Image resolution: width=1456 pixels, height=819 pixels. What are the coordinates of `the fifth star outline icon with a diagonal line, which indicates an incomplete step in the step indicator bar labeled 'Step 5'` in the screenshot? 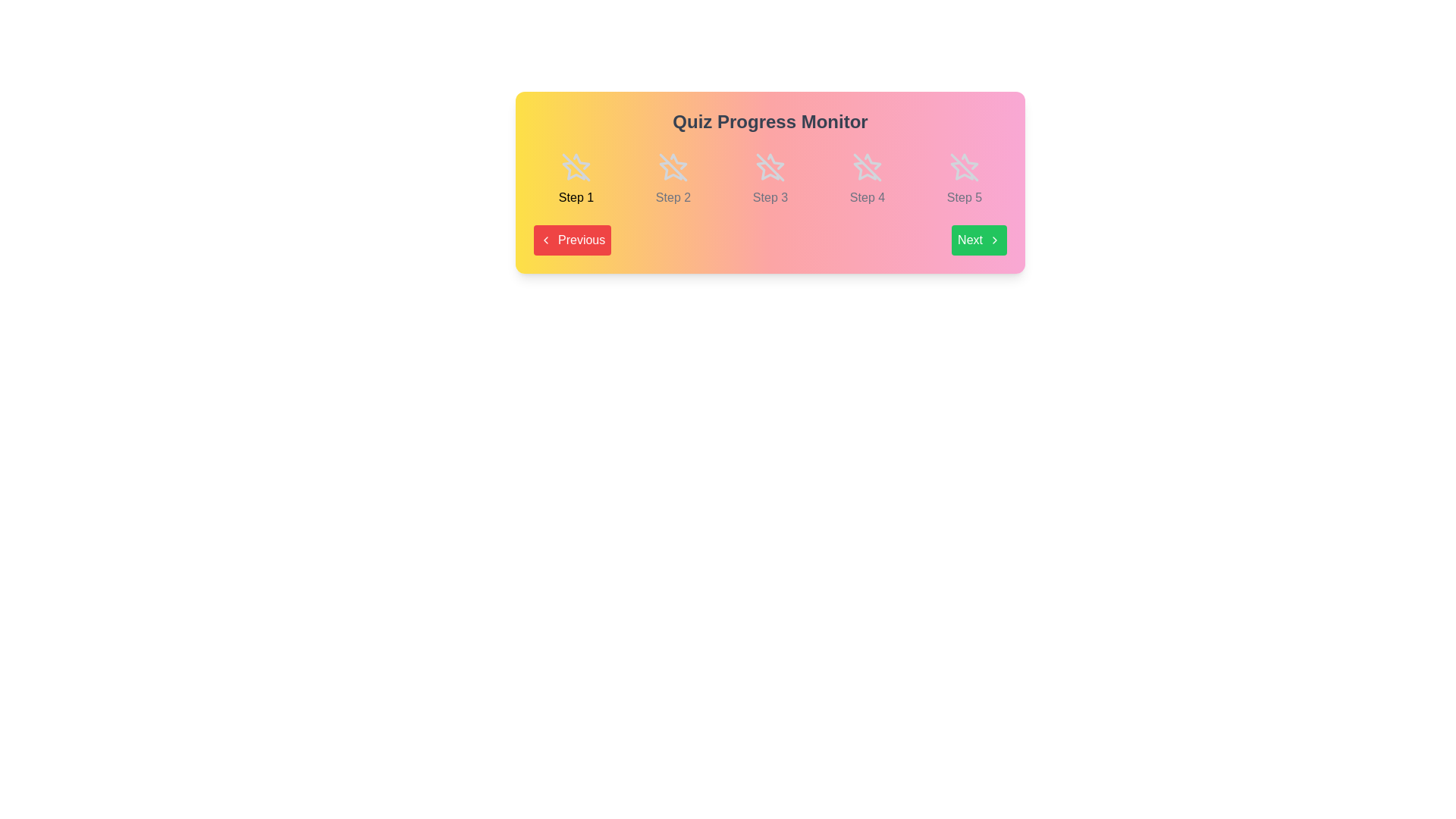 It's located at (964, 167).